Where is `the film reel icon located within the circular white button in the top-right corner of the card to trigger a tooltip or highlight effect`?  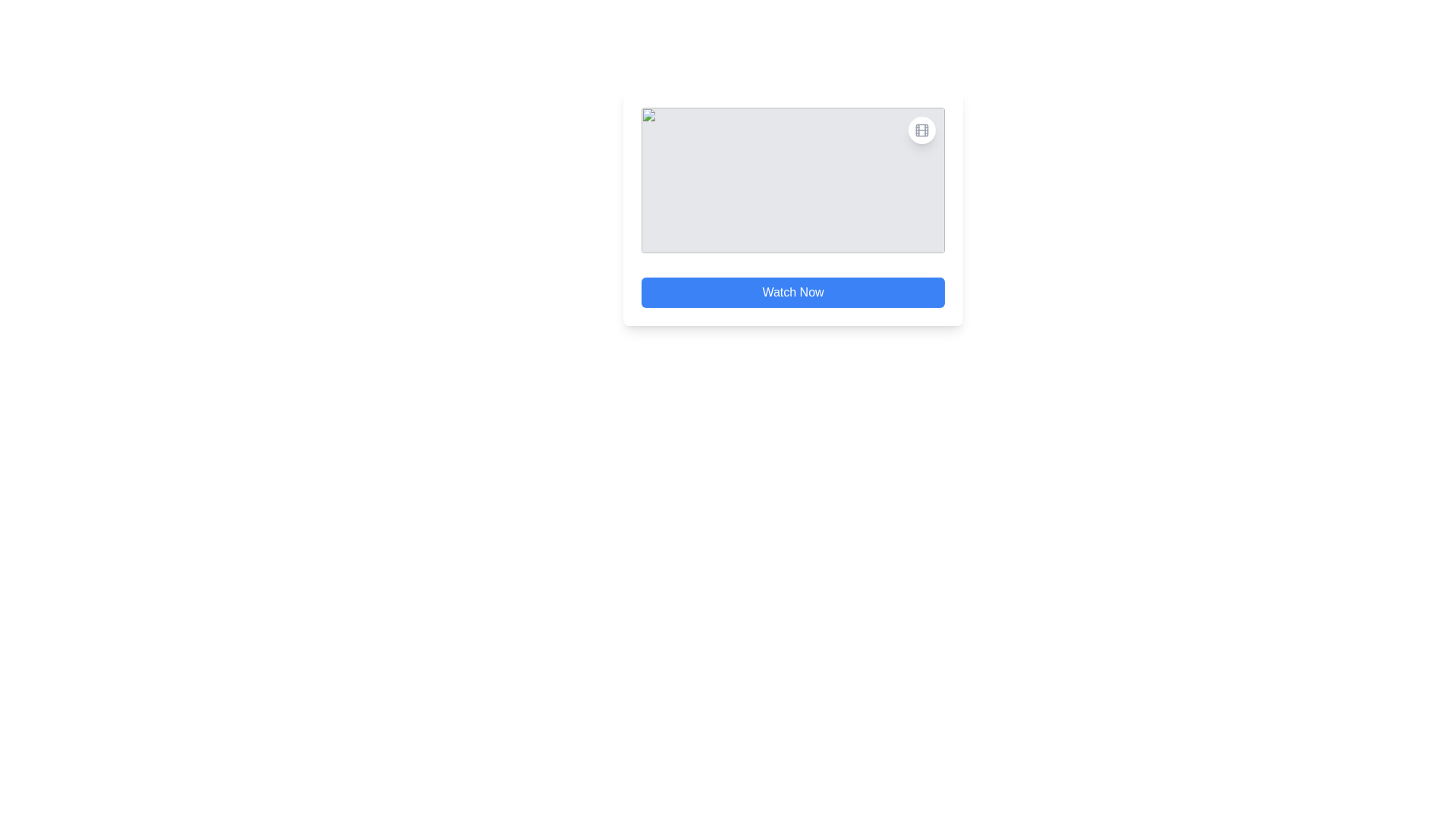 the film reel icon located within the circular white button in the top-right corner of the card to trigger a tooltip or highlight effect is located at coordinates (921, 130).